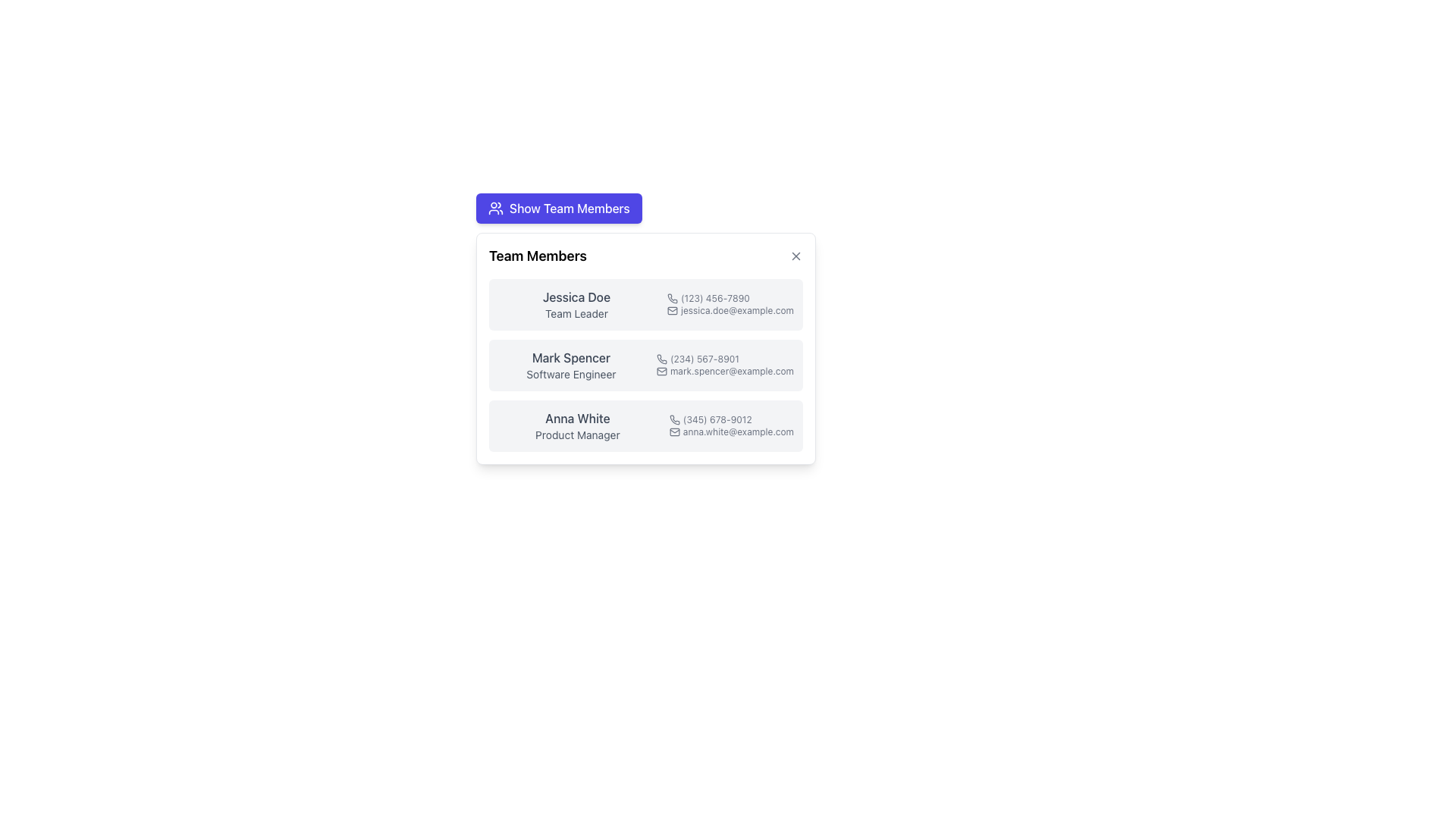  I want to click on the Contact Card for Mark Spencer, located in the Team Members modal, so click(645, 348).